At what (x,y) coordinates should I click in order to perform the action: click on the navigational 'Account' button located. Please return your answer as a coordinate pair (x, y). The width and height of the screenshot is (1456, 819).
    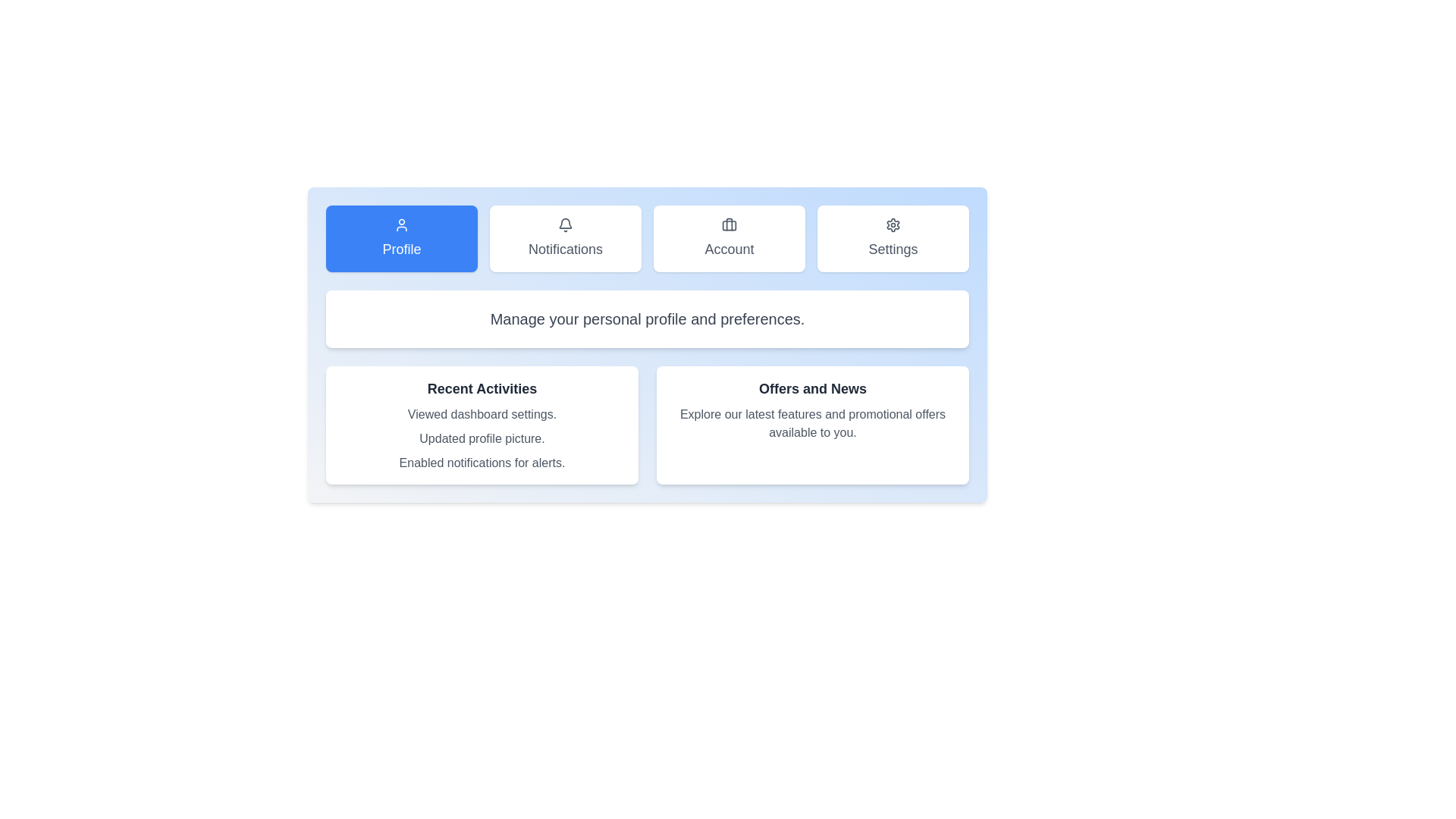
    Looking at the image, I should click on (729, 239).